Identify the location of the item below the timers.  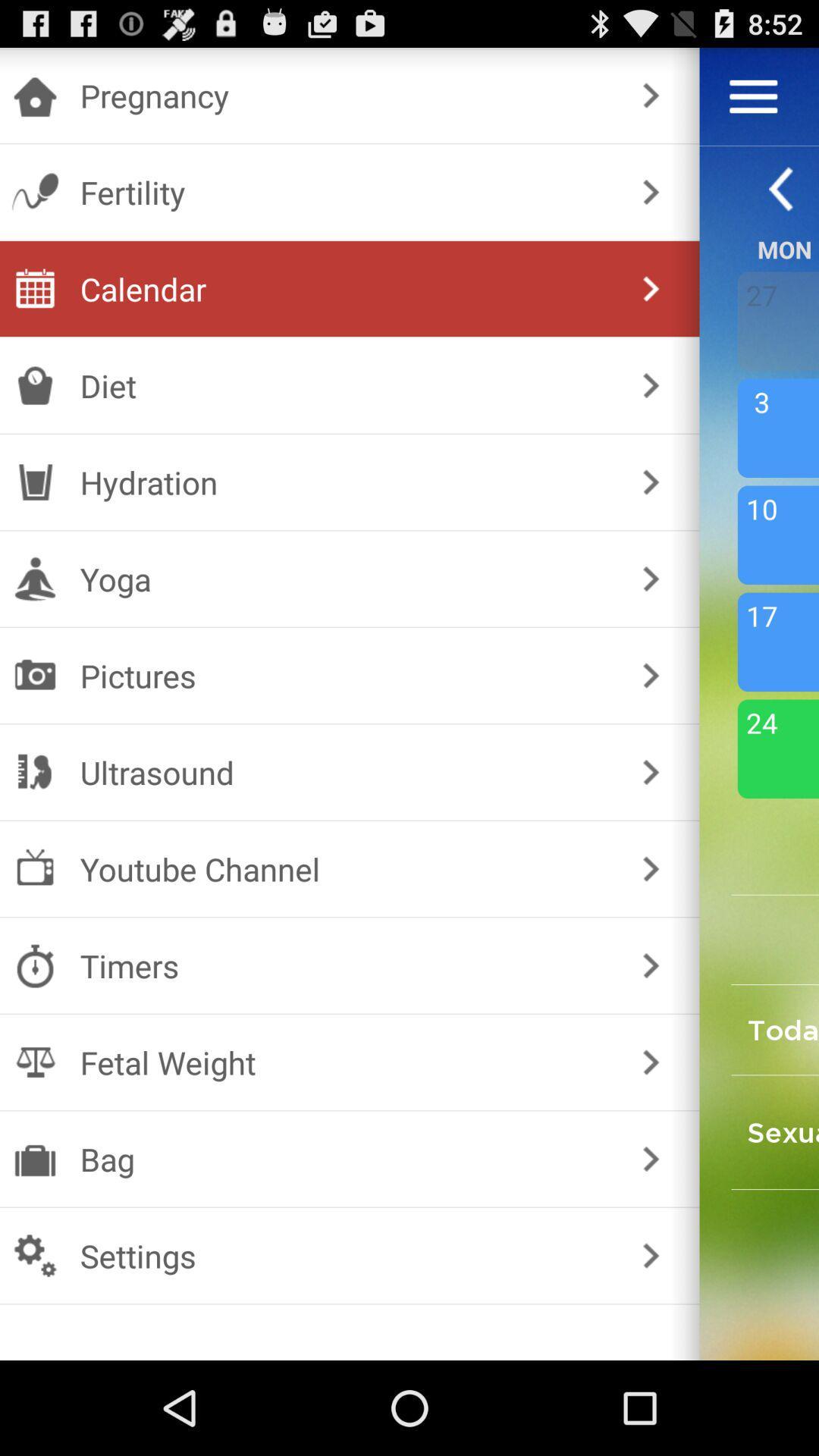
(347, 1062).